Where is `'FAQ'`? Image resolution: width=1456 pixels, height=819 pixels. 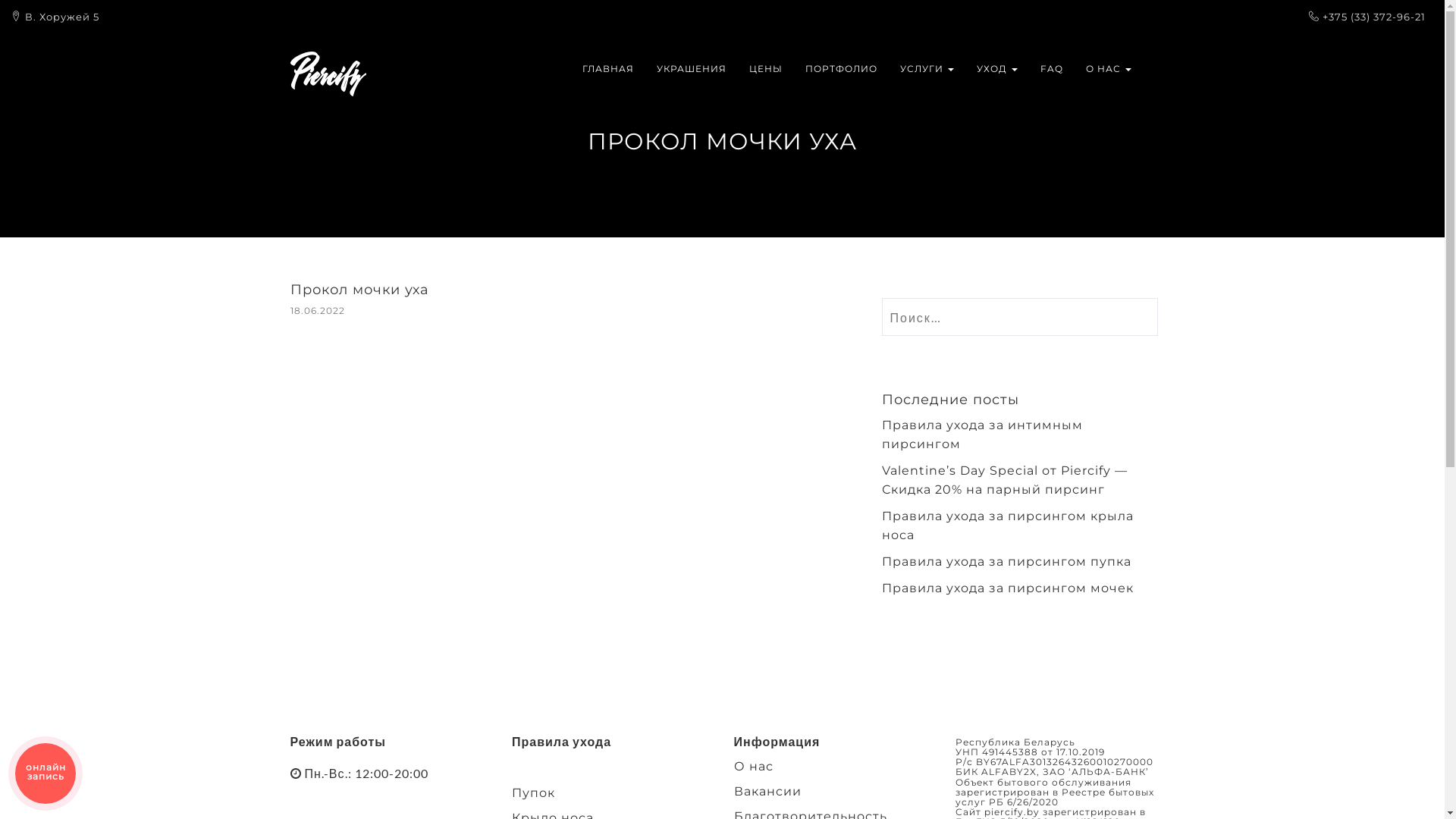
'FAQ' is located at coordinates (1028, 69).